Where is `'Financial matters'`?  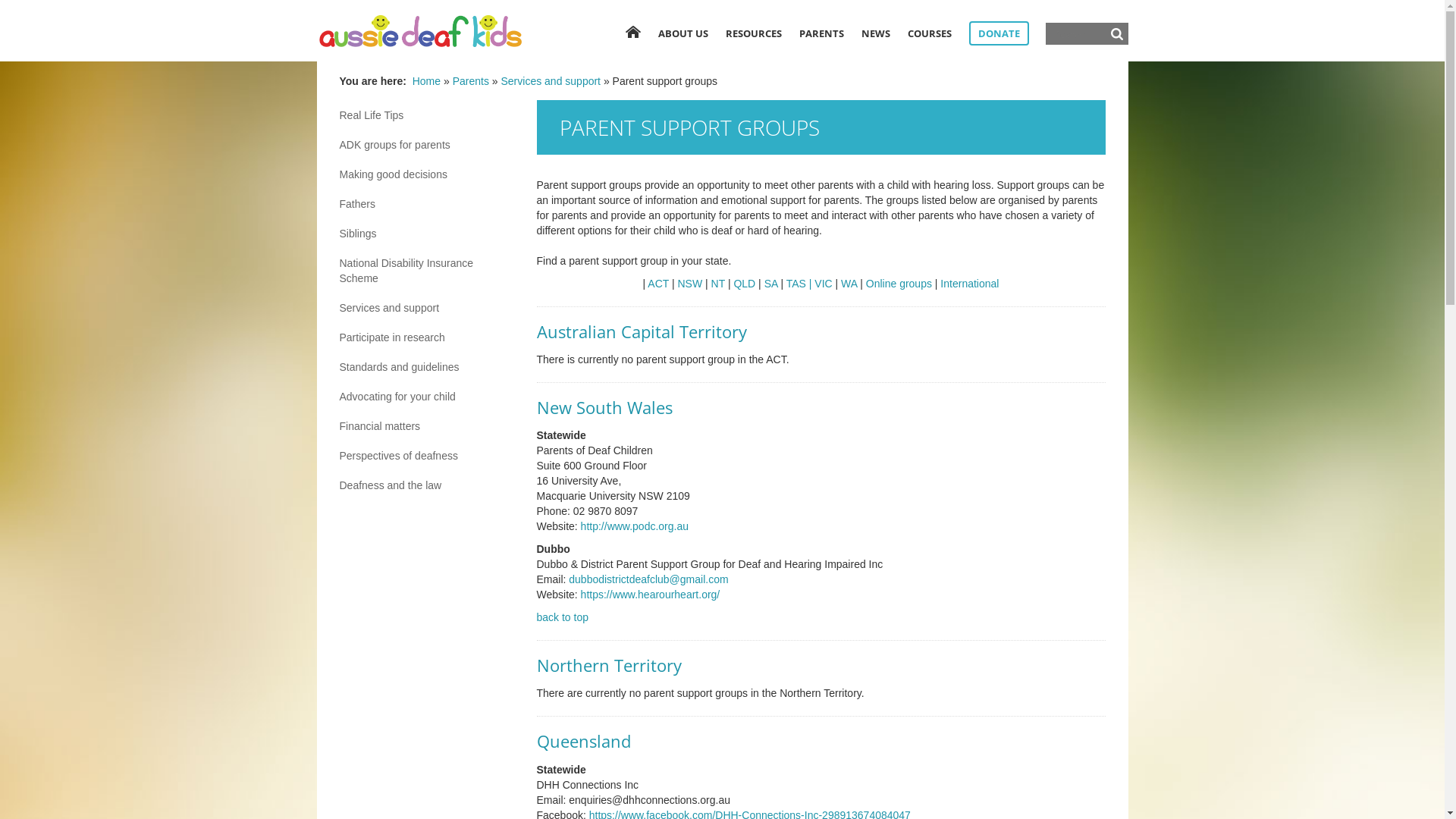
'Financial matters' is located at coordinates (425, 426).